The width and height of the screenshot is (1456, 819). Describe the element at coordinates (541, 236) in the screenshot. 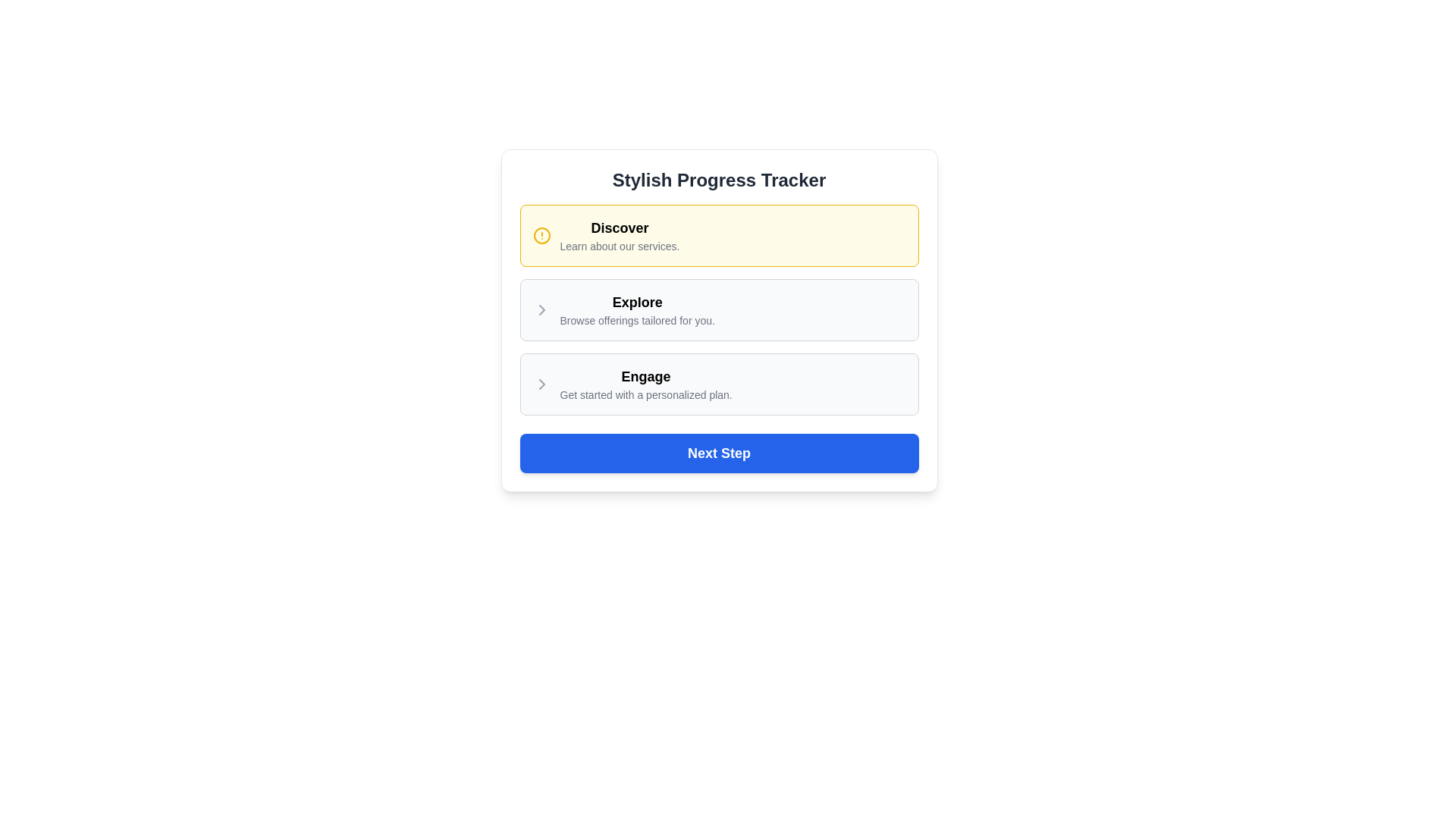

I see `the circular SVG element that is located inside the yellow alert icon, which is positioned to the left of the 'Discover' text in the progress tracker interface` at that location.